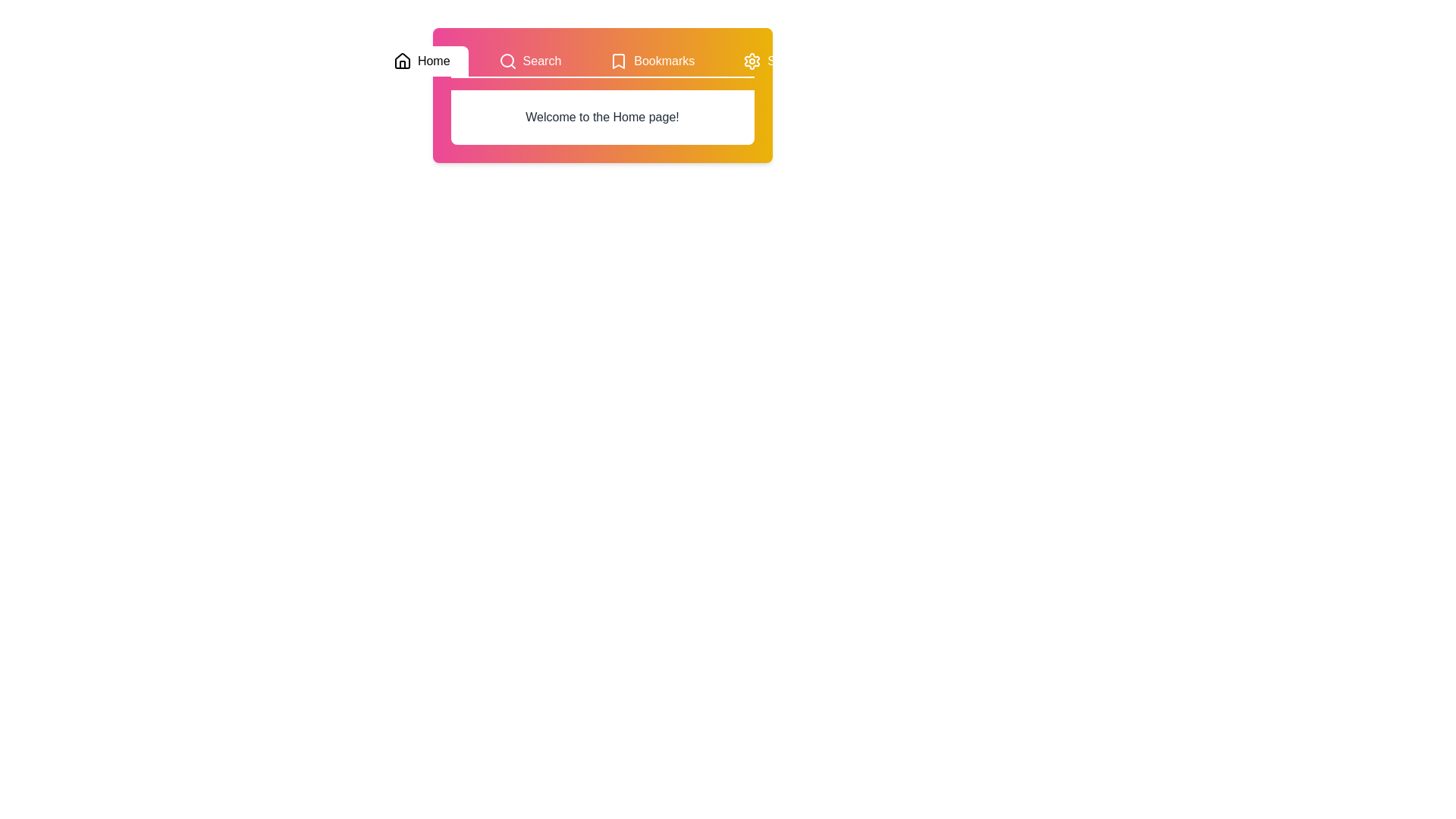 The width and height of the screenshot is (1456, 819). I want to click on the tab labeled Settings to preview its highlight effect, so click(777, 61).